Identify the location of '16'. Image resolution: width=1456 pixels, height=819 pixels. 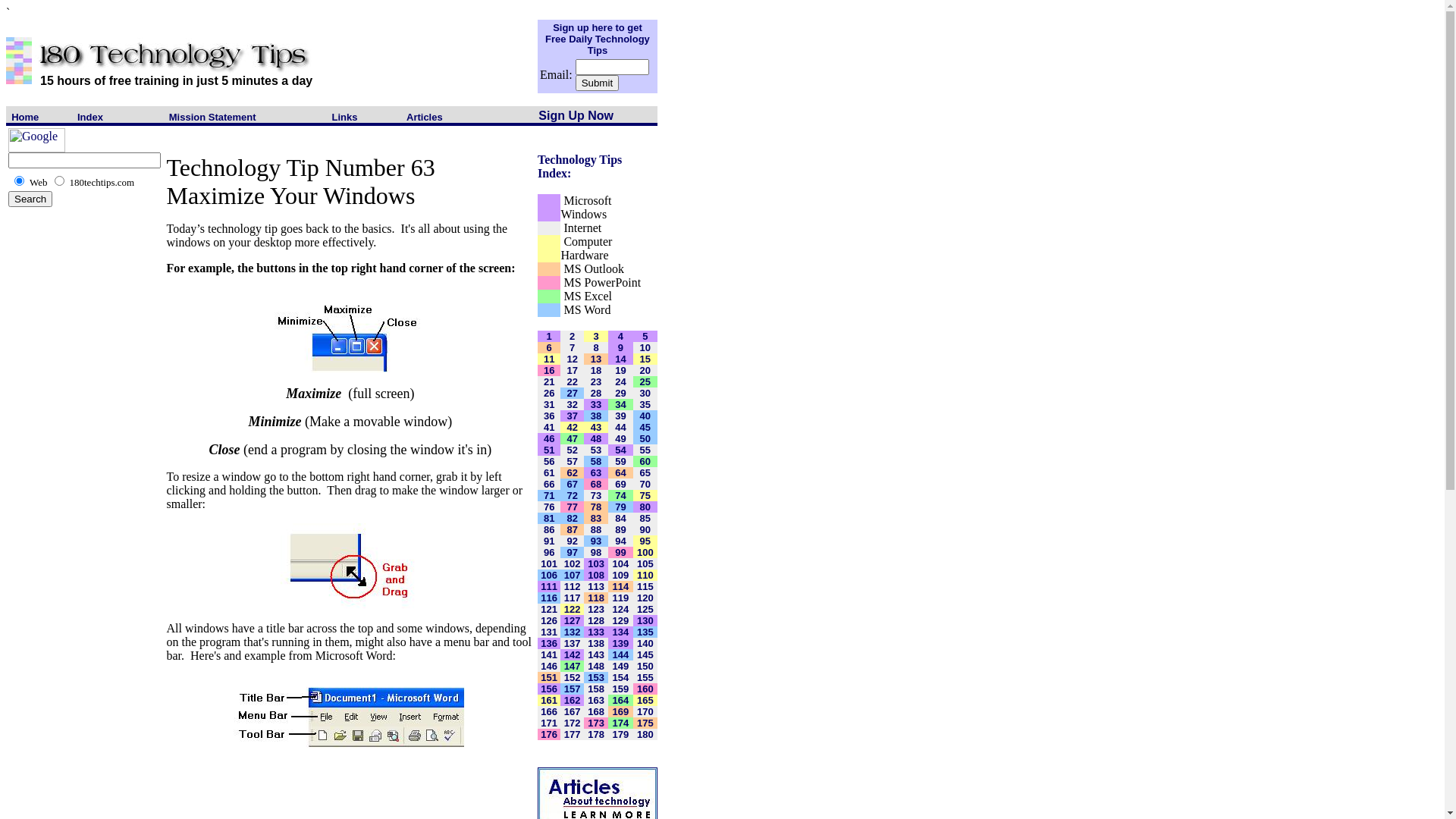
(548, 370).